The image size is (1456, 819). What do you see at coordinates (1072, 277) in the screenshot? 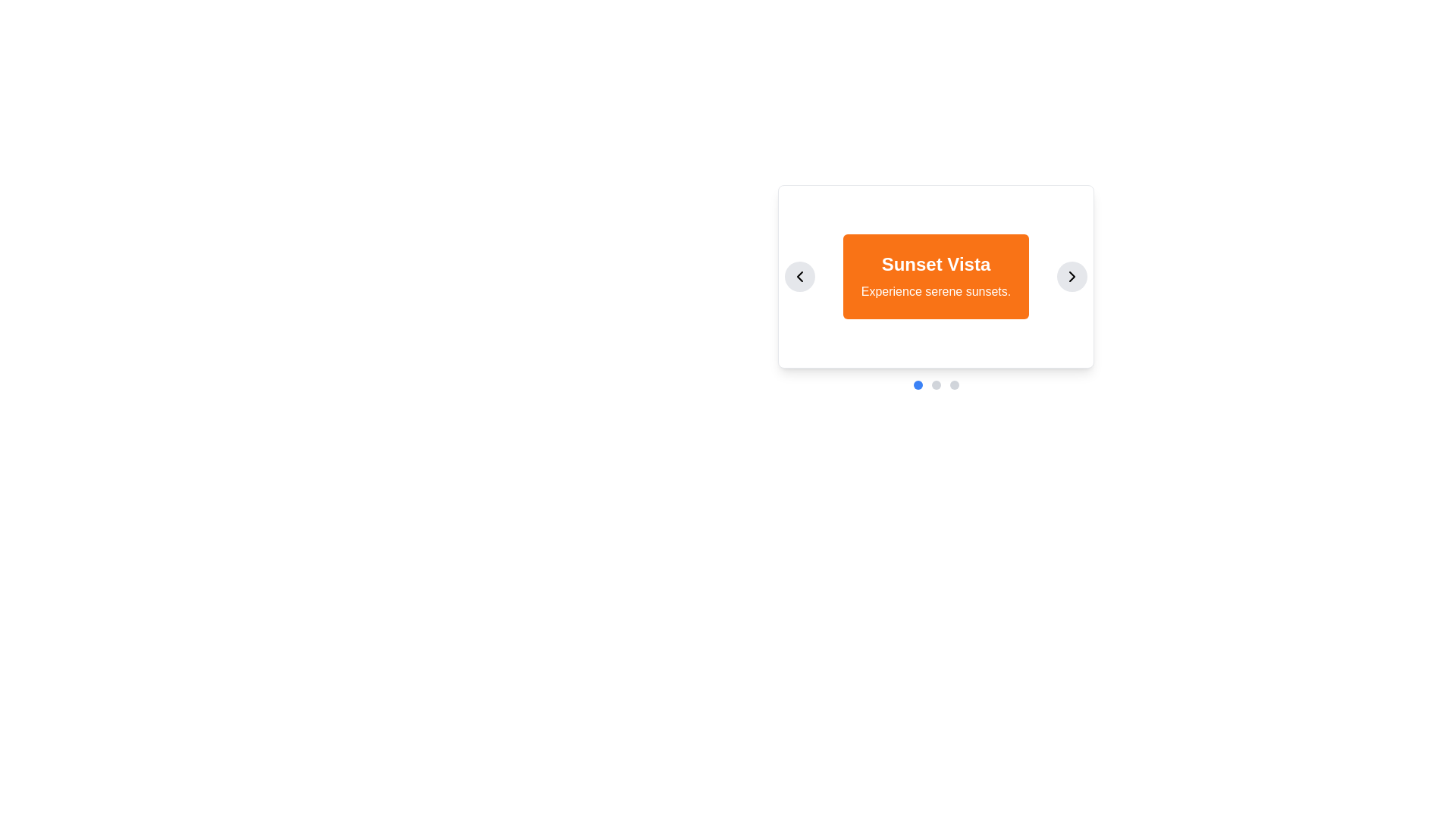
I see `the right-oriented chevron icon within the circular button on the card layout` at bounding box center [1072, 277].